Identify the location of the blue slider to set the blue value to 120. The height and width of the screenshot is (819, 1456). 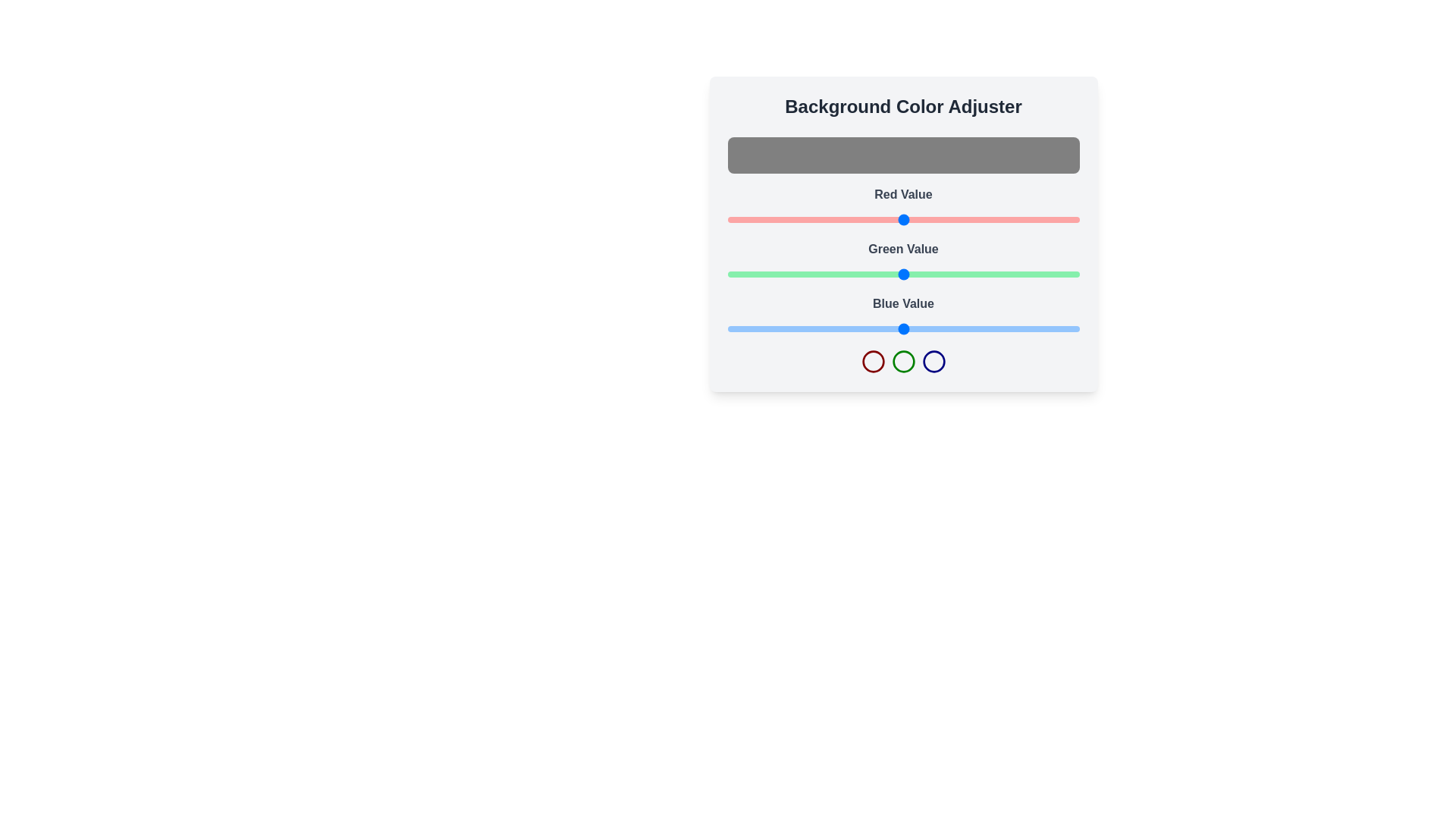
(893, 328).